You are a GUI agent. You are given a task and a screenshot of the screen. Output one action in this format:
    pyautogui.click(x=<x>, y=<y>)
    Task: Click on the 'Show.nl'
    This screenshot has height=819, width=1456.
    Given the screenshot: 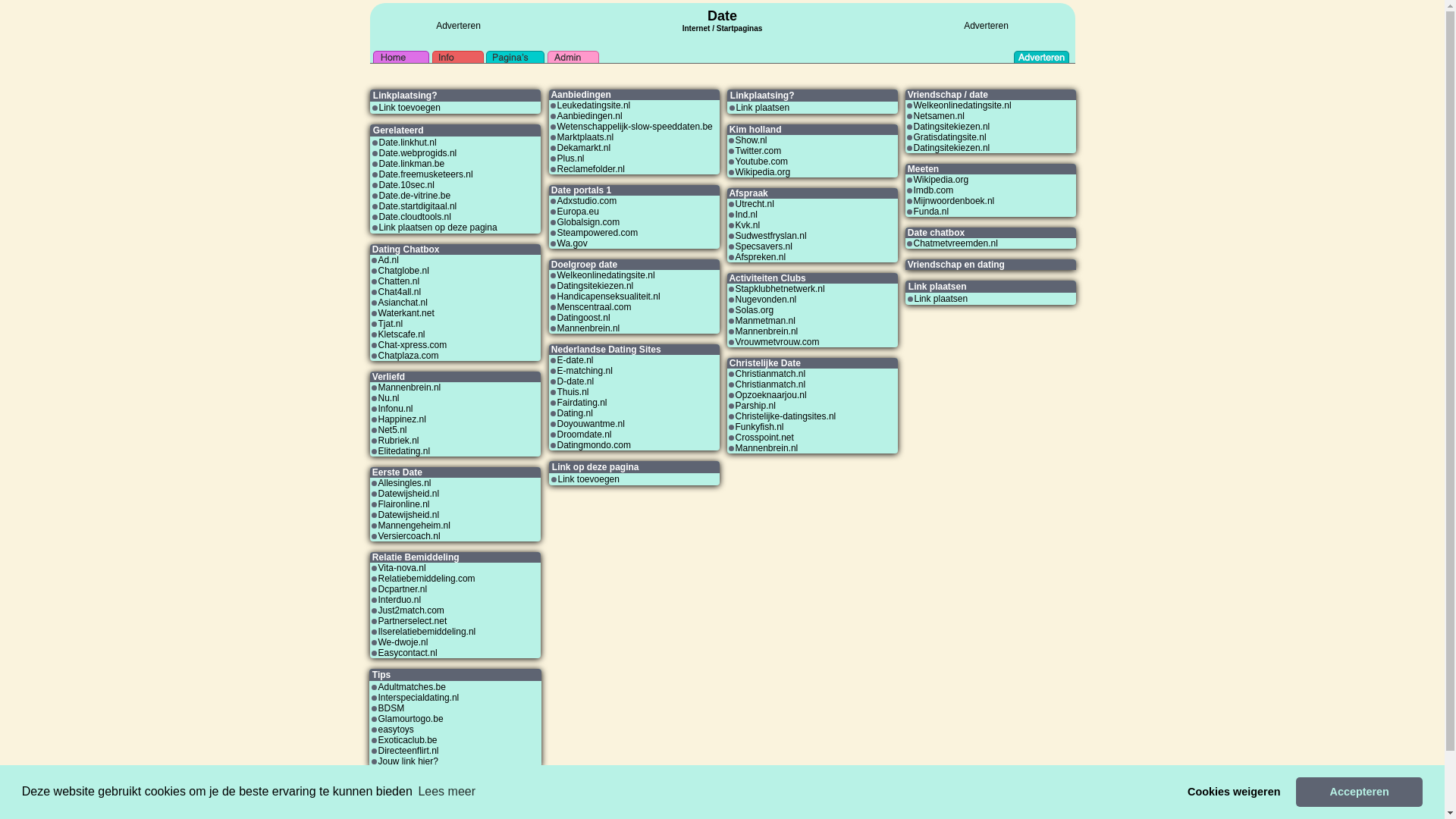 What is the action you would take?
    pyautogui.click(x=735, y=140)
    